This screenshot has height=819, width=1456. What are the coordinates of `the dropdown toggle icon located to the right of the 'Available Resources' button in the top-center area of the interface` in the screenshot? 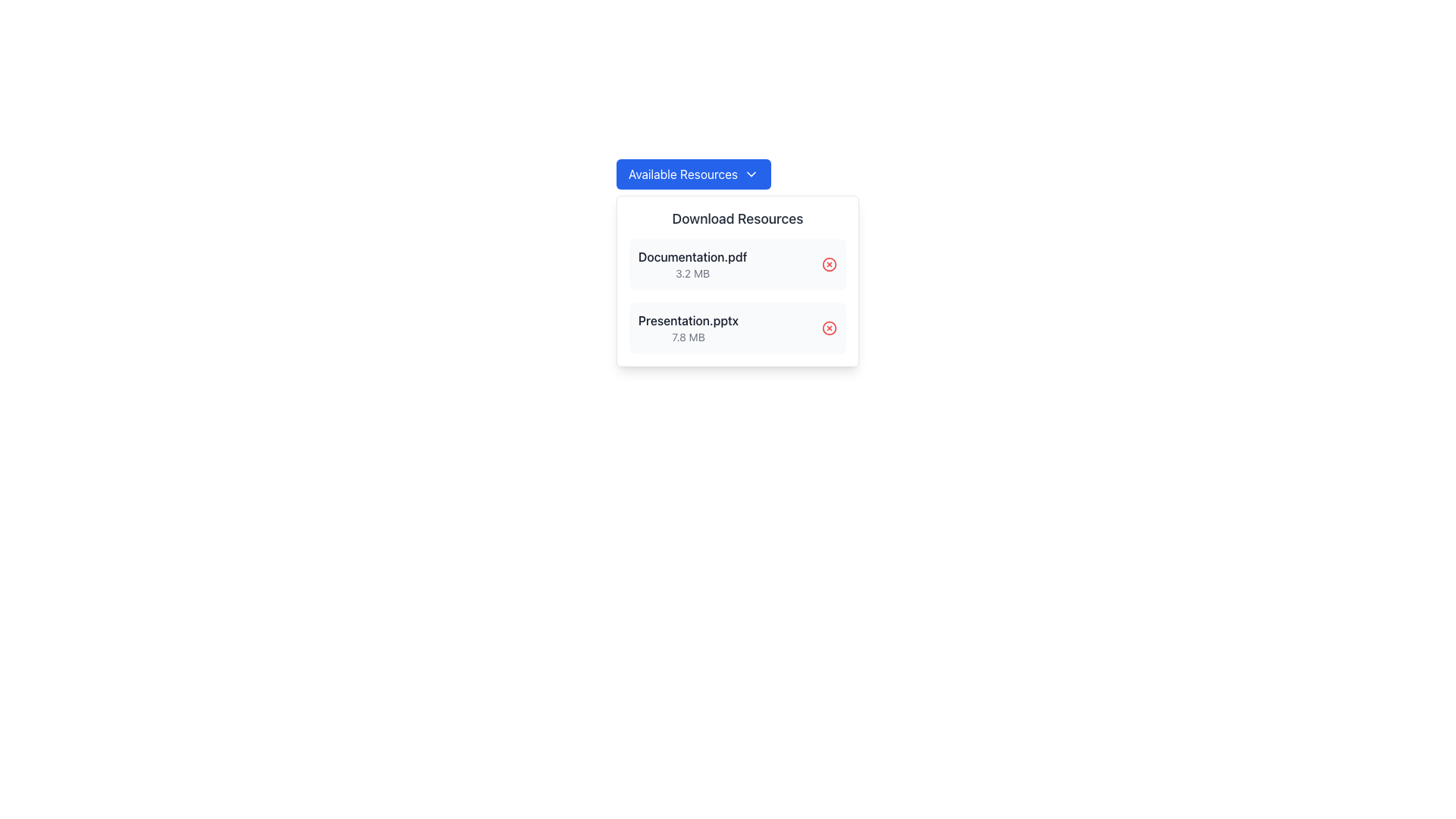 It's located at (752, 174).